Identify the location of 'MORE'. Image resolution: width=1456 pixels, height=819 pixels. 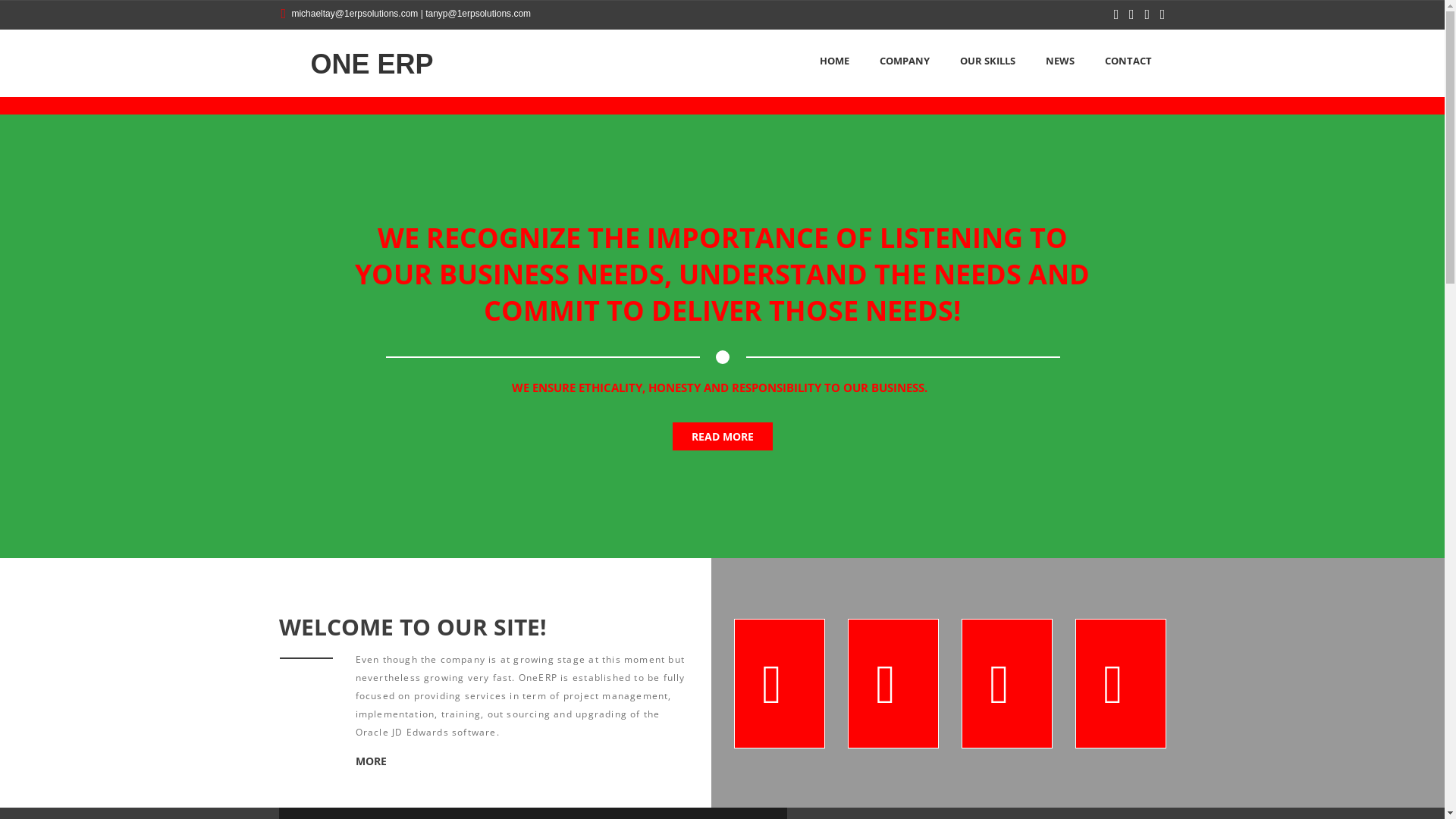
(370, 761).